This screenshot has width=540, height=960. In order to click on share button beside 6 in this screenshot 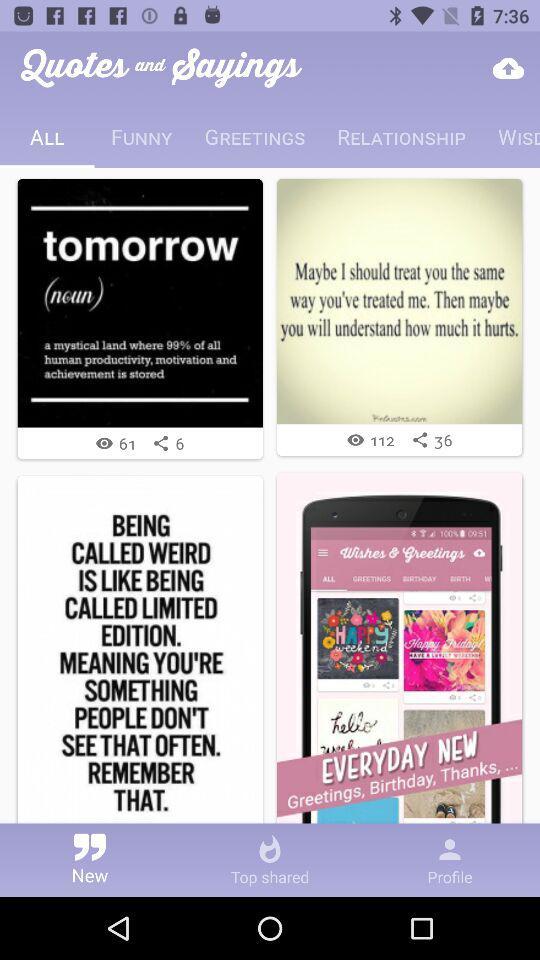, I will do `click(159, 443)`.